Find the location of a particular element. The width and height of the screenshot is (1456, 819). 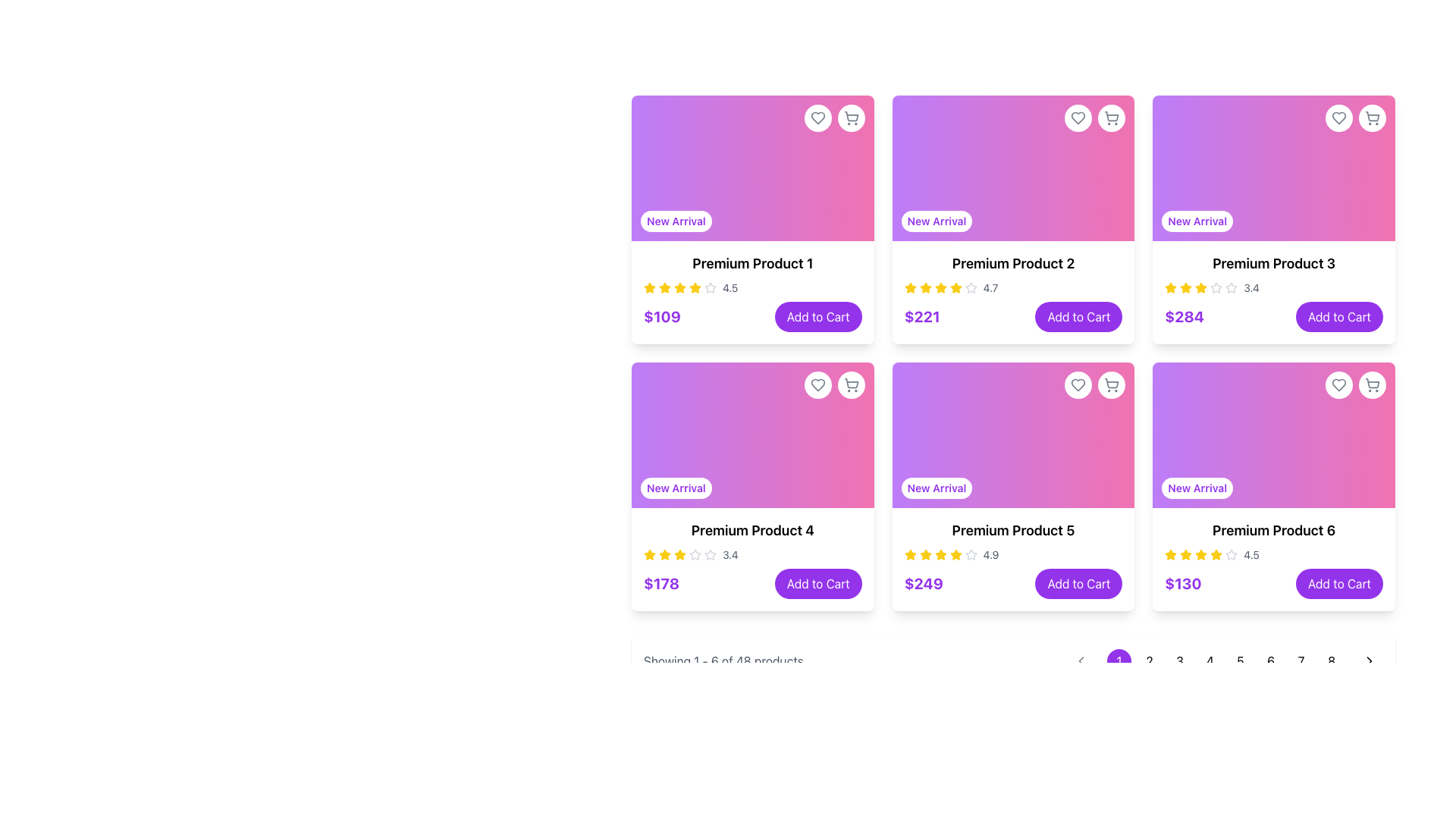

the 'Add to Wishlist' button located at the top-right corner of the 'Premium Product 3' card is located at coordinates (1372, 117).